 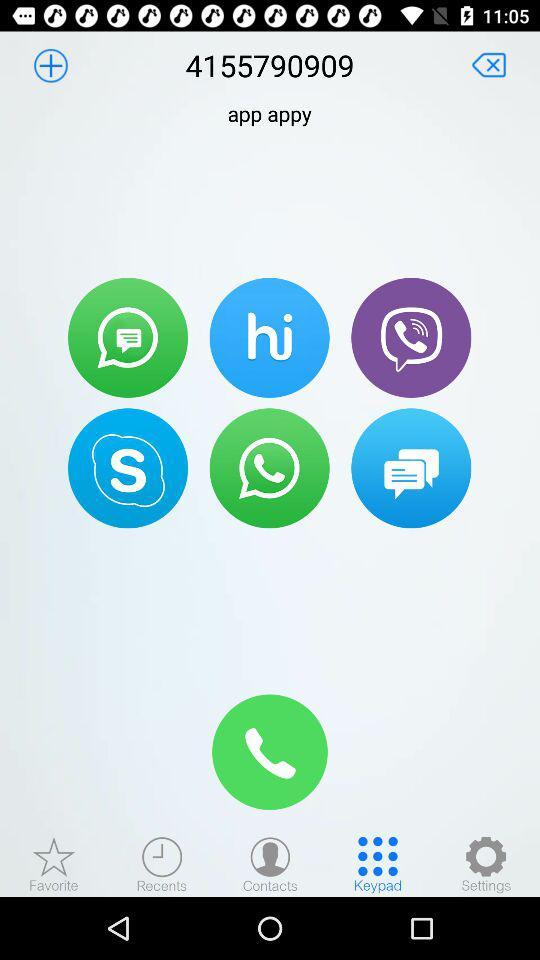 I want to click on make phone call, so click(x=270, y=751).